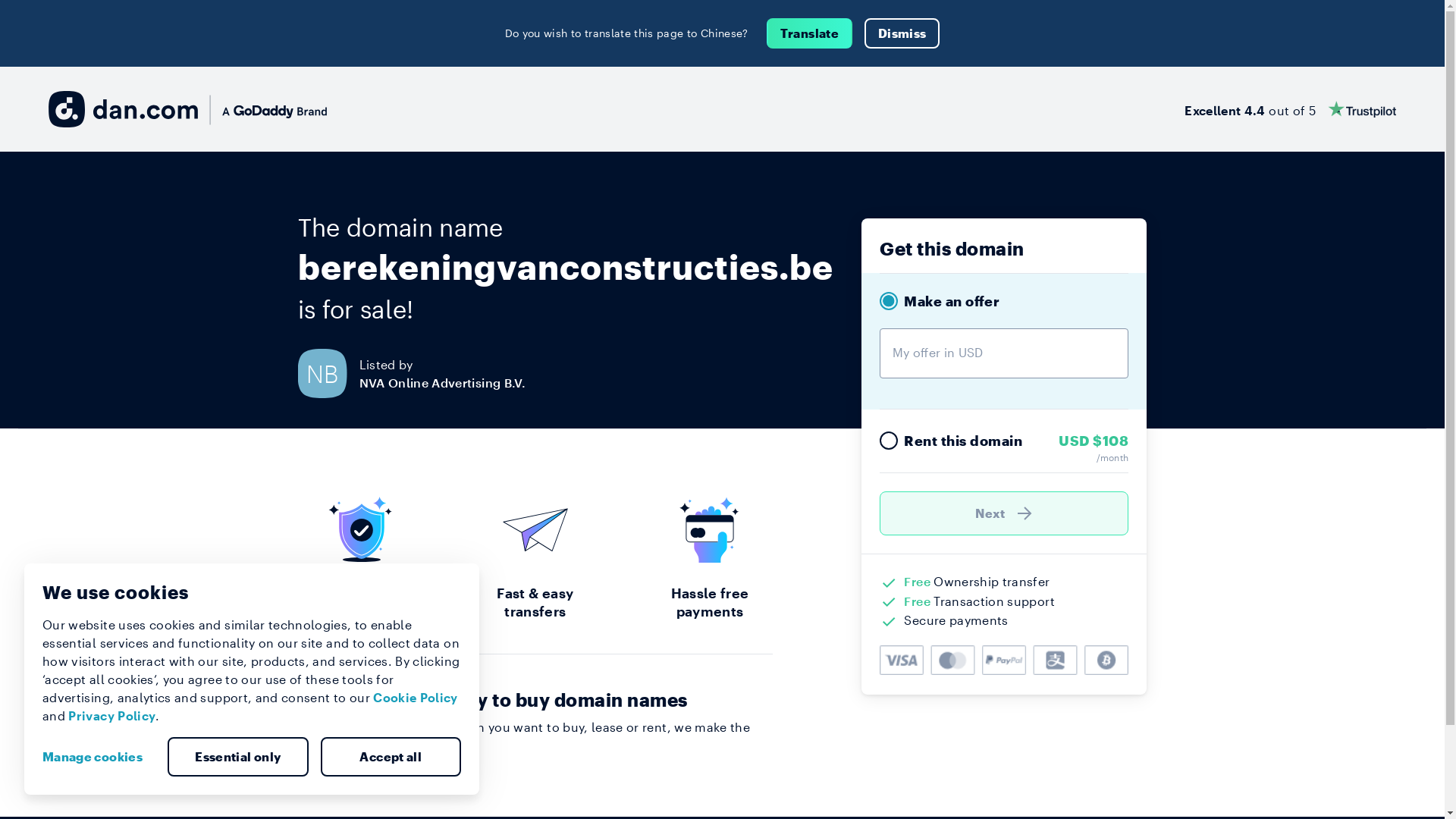  Describe the element at coordinates (372, 697) in the screenshot. I see `'Cookie Policy'` at that location.